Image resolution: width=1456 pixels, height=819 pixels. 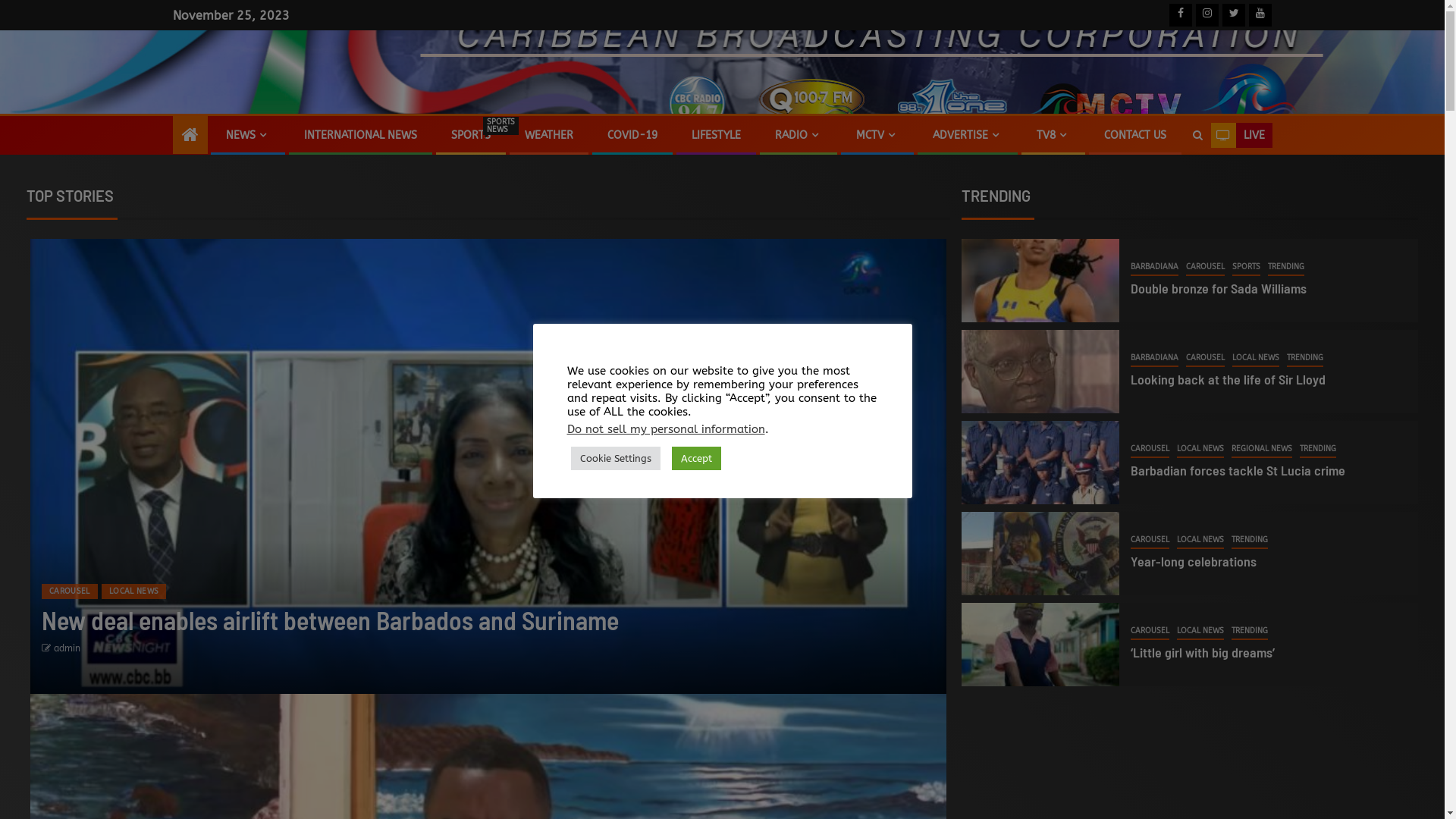 I want to click on 'admin', so click(x=66, y=648).